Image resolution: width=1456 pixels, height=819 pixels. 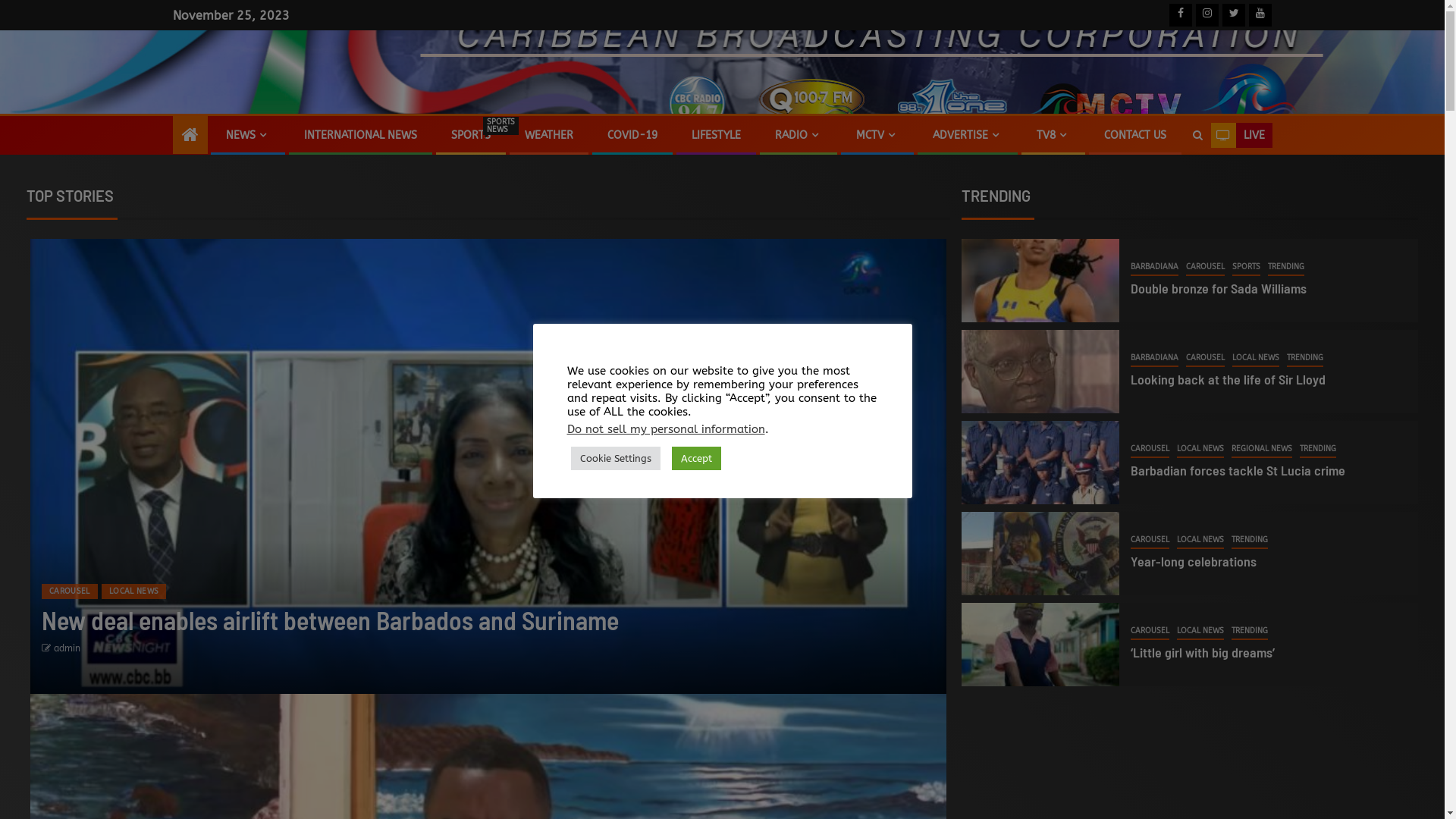 I want to click on 'admin', so click(x=66, y=648).